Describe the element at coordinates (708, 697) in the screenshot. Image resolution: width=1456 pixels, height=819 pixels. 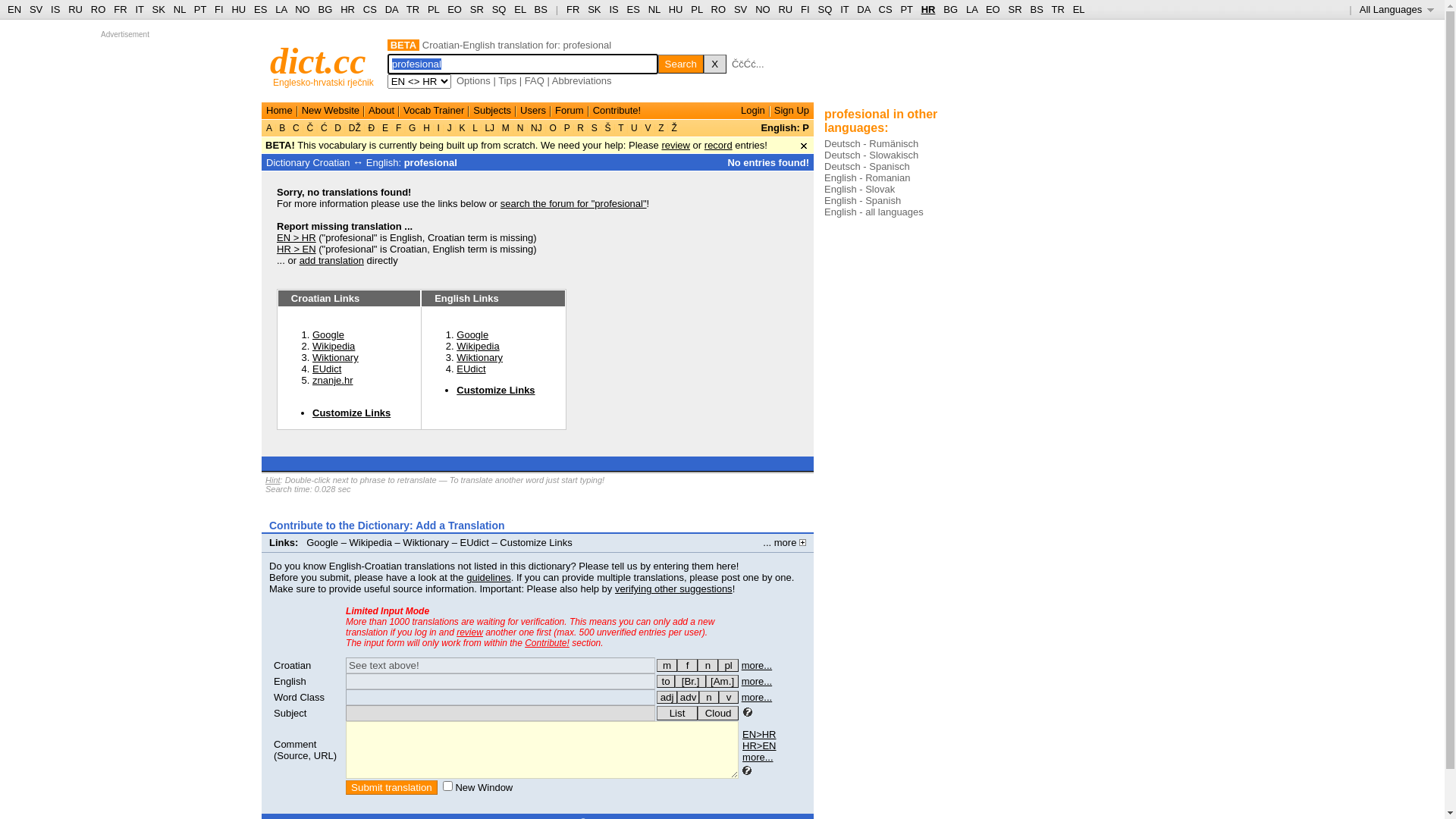
I see `'n'` at that location.